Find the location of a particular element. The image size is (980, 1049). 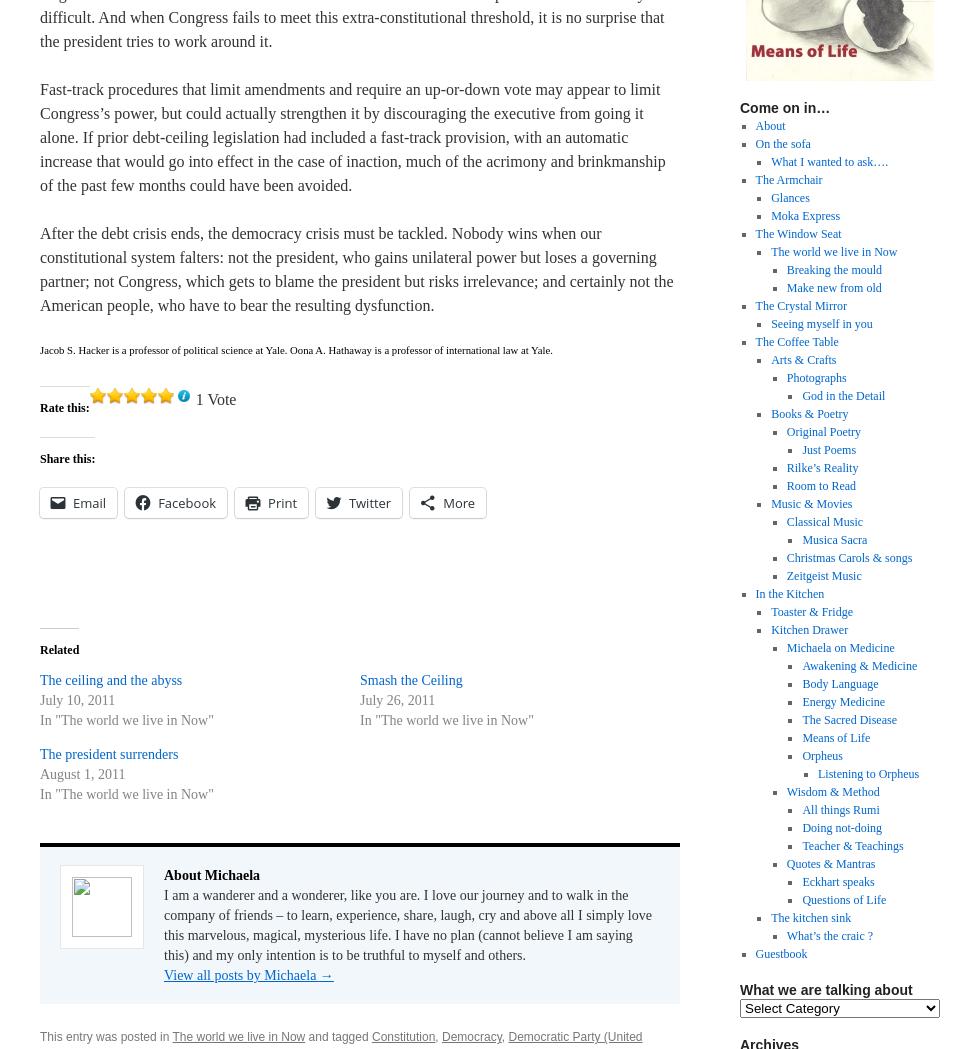

'More' is located at coordinates (459, 501).